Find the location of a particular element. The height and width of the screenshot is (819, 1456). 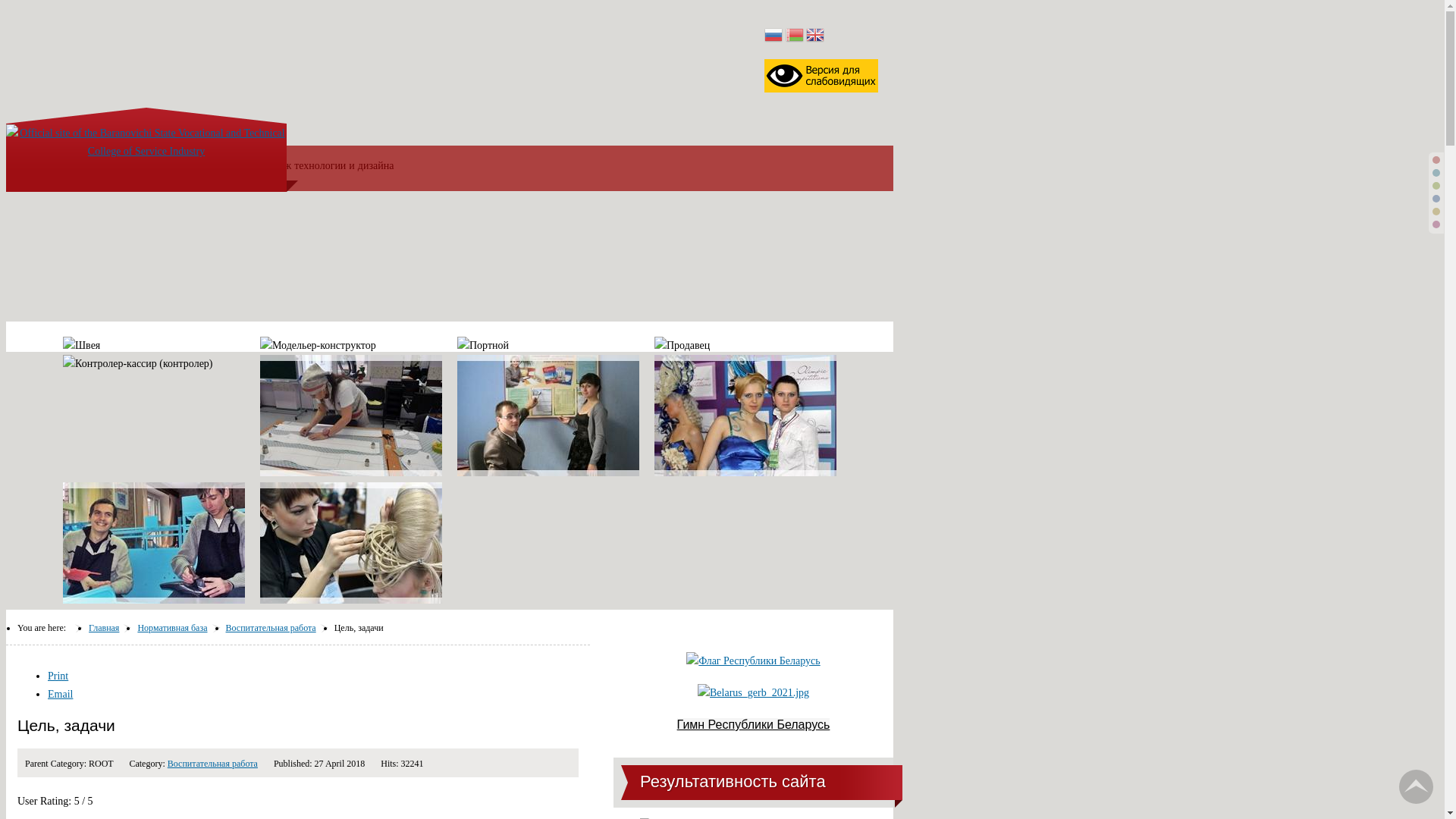

'Russian' is located at coordinates (773, 35).